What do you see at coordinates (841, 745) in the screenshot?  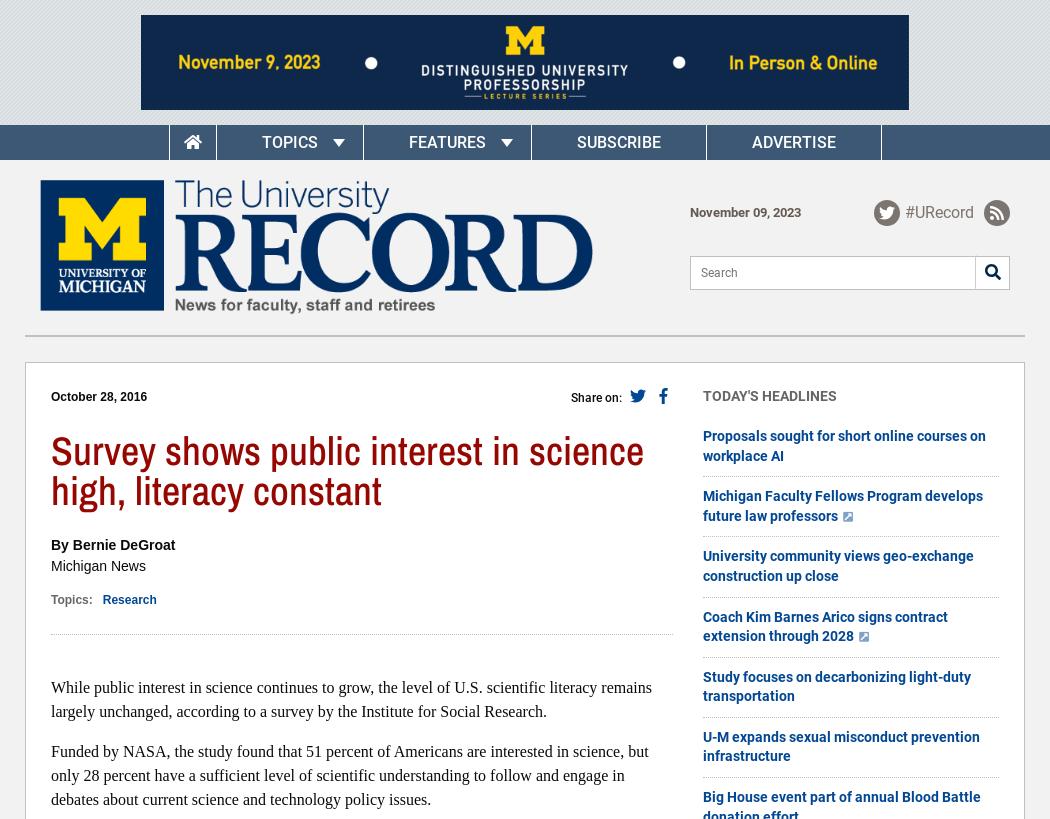 I see `'U-M expands sexual misconduct prevention infrastructure'` at bounding box center [841, 745].